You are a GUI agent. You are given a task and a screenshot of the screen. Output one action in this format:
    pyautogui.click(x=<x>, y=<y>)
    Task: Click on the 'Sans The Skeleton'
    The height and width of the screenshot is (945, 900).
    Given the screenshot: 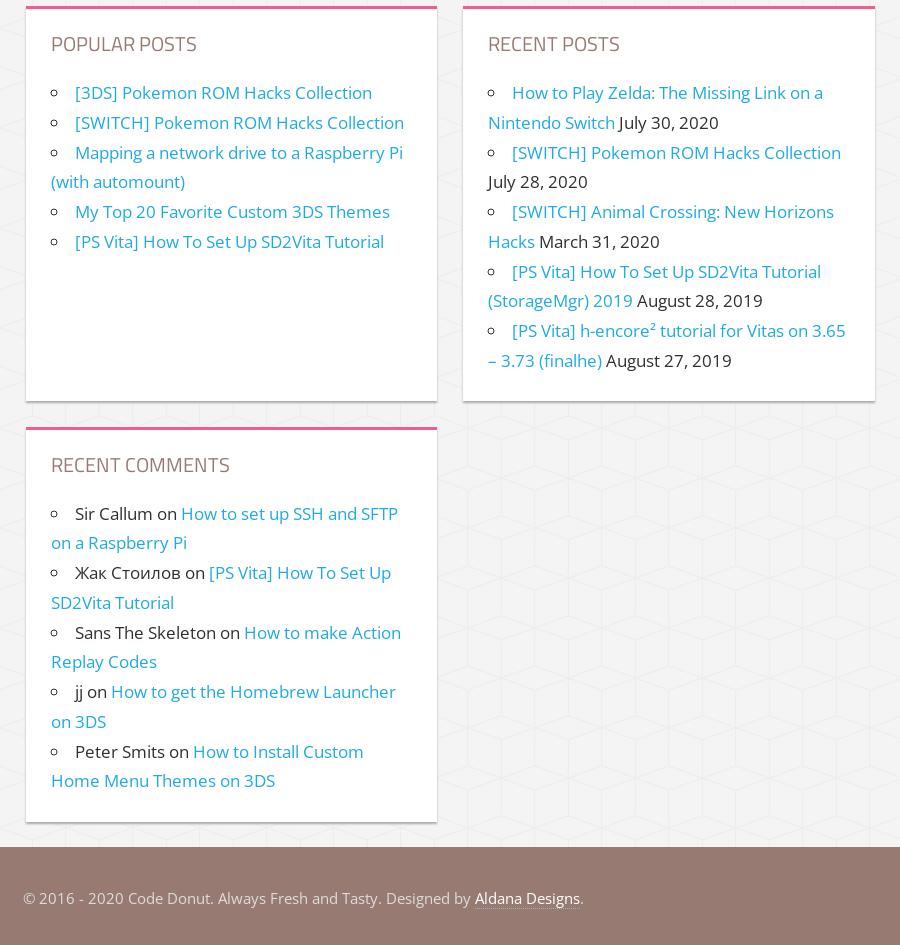 What is the action you would take?
    pyautogui.click(x=145, y=630)
    